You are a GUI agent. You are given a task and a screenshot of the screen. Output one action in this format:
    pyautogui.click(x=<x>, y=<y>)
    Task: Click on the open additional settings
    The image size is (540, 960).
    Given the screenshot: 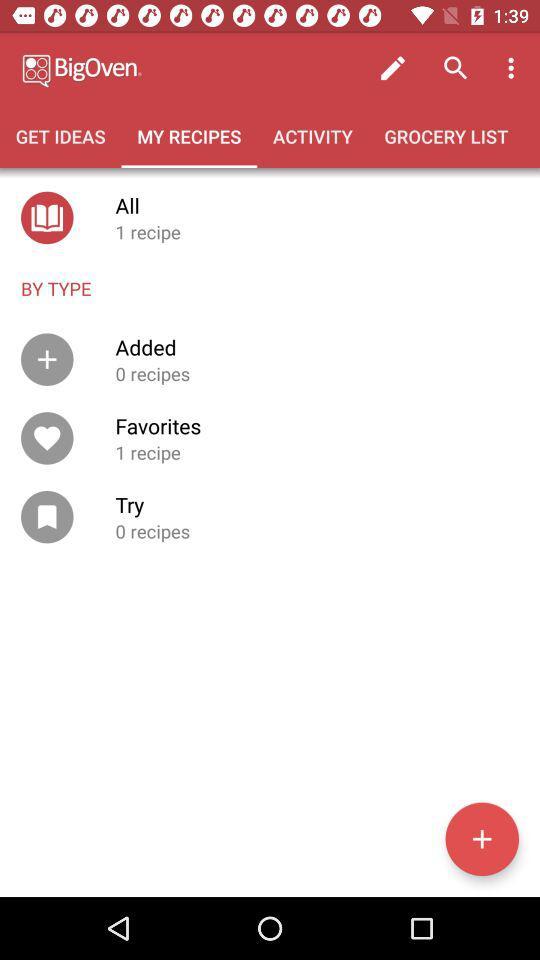 What is the action you would take?
    pyautogui.click(x=481, y=839)
    